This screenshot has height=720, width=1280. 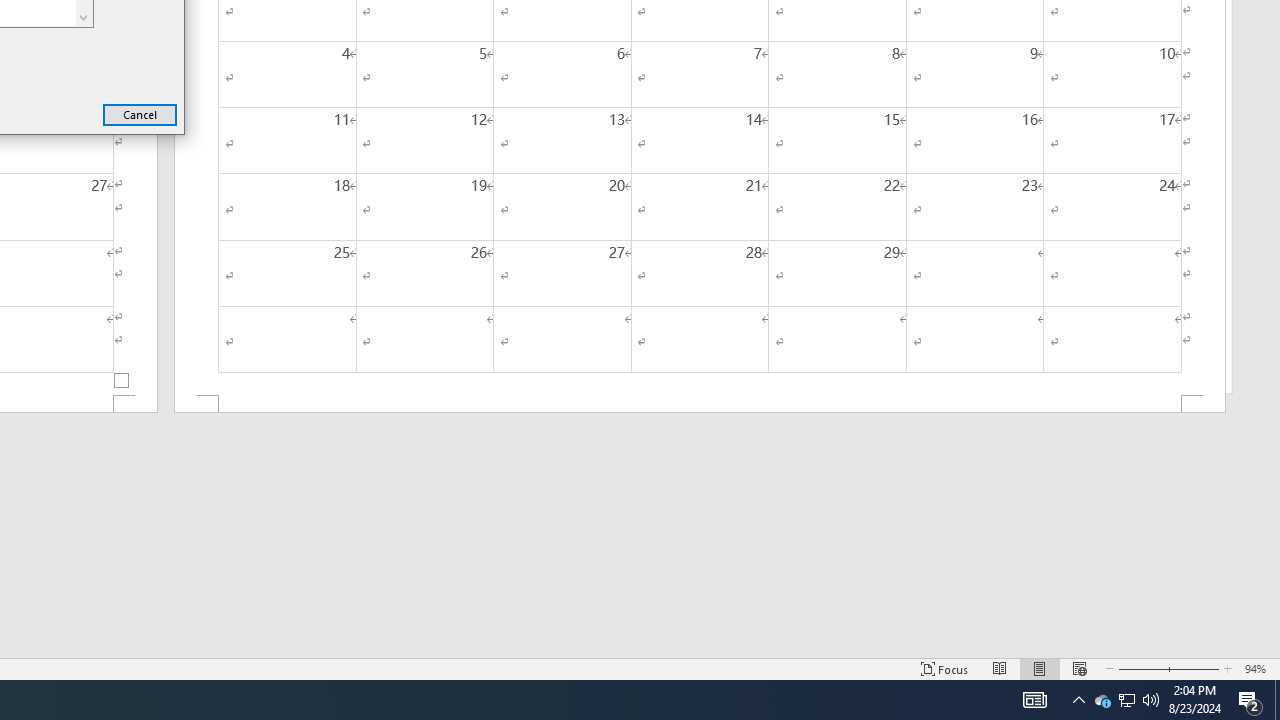 What do you see at coordinates (1250, 698) in the screenshot?
I see `'Action Center, 2 new notifications'` at bounding box center [1250, 698].